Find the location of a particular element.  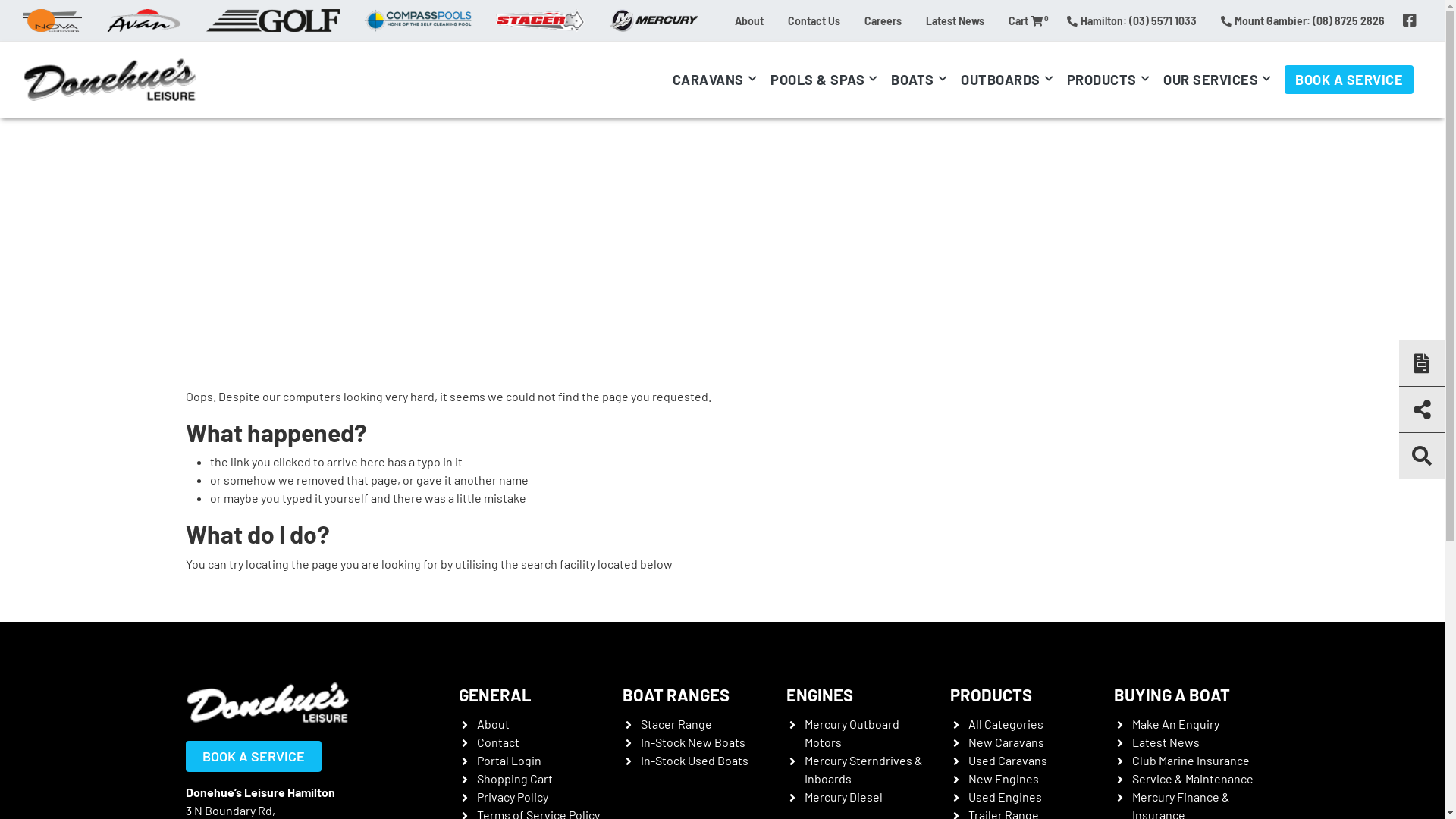

'In-Stock Used Boats' is located at coordinates (693, 760).